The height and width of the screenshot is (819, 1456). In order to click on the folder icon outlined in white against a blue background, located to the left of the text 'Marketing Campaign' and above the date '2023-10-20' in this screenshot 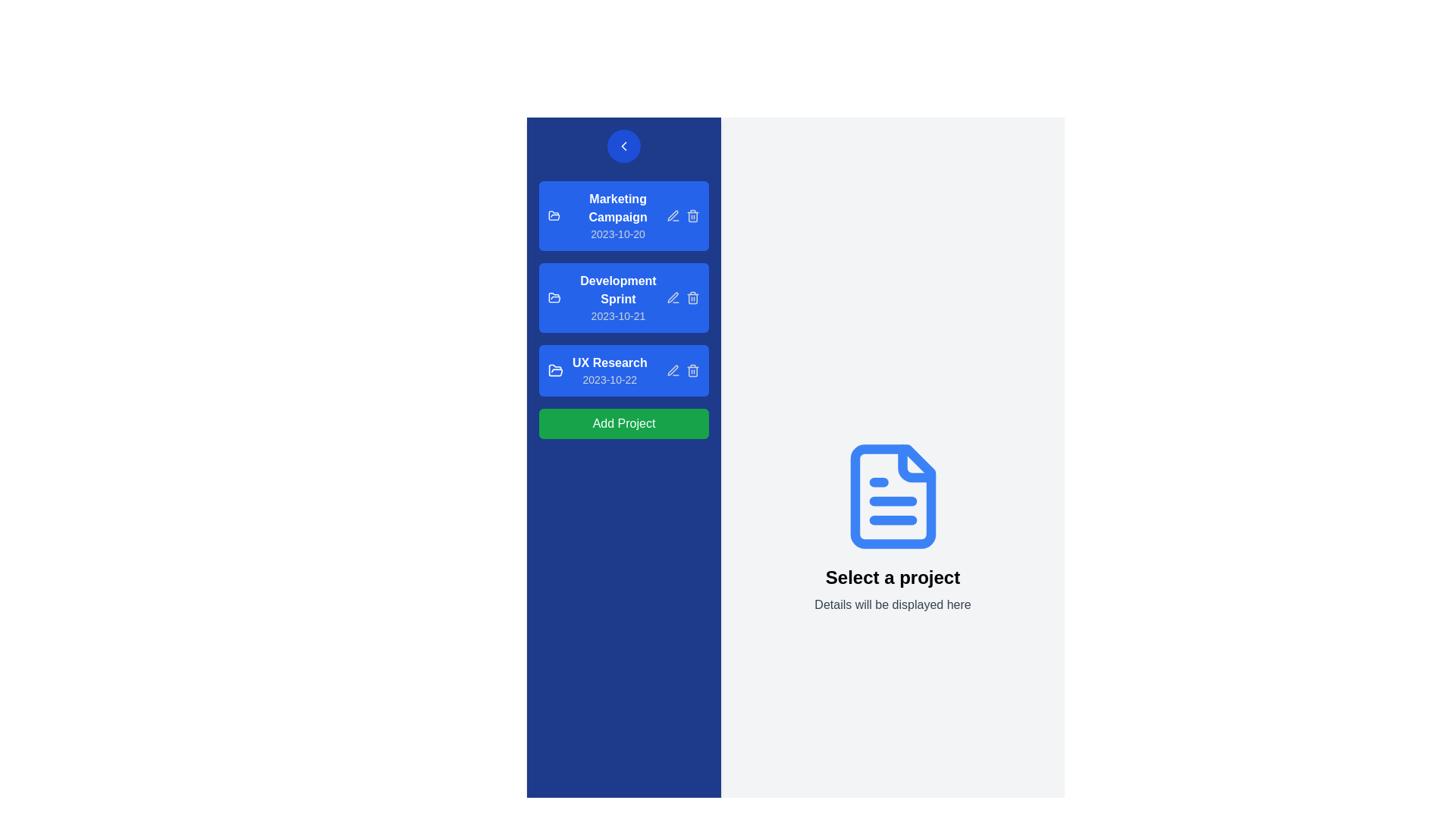, I will do `click(554, 215)`.